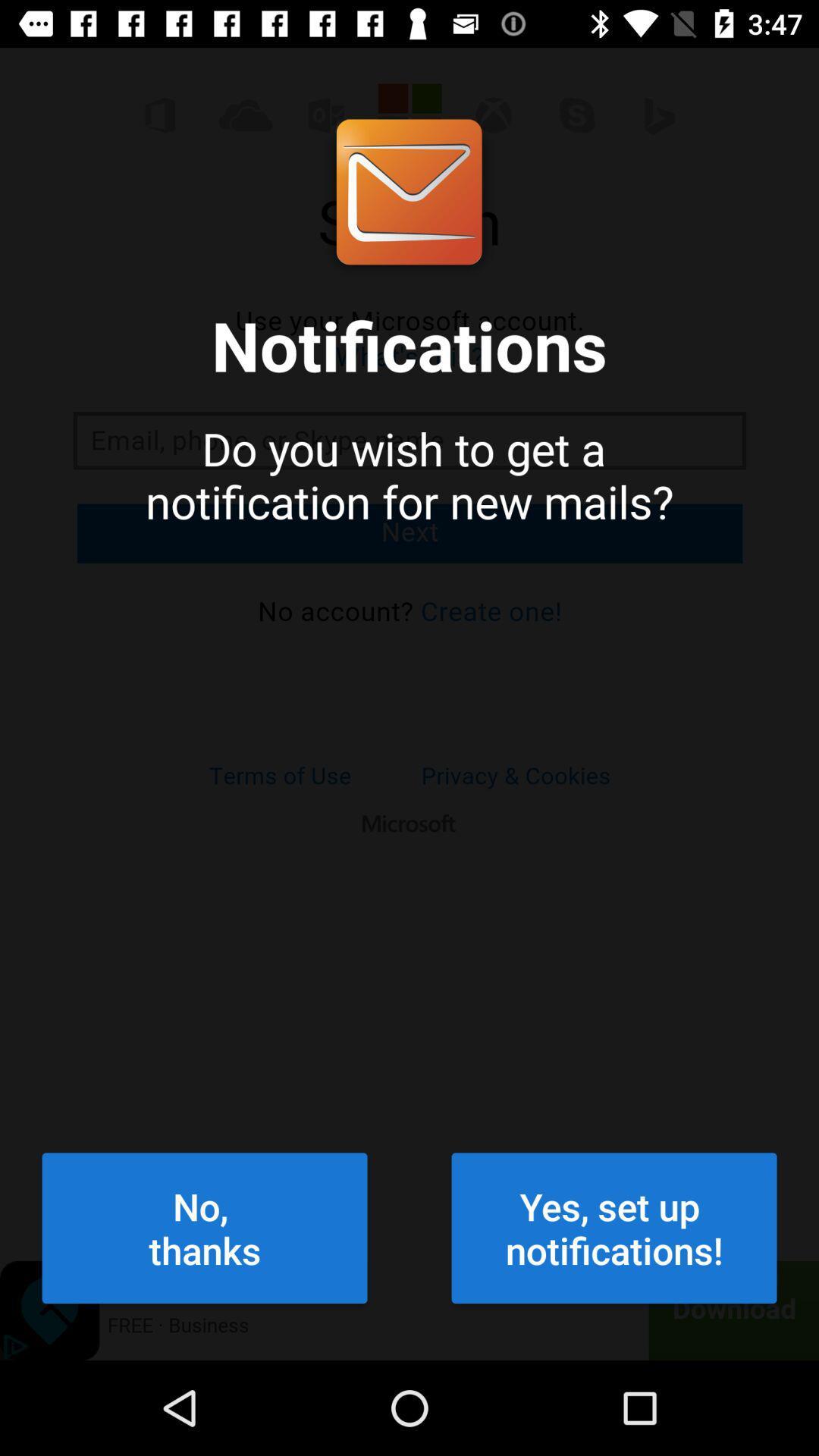  I want to click on app below do you wish icon, so click(205, 1228).